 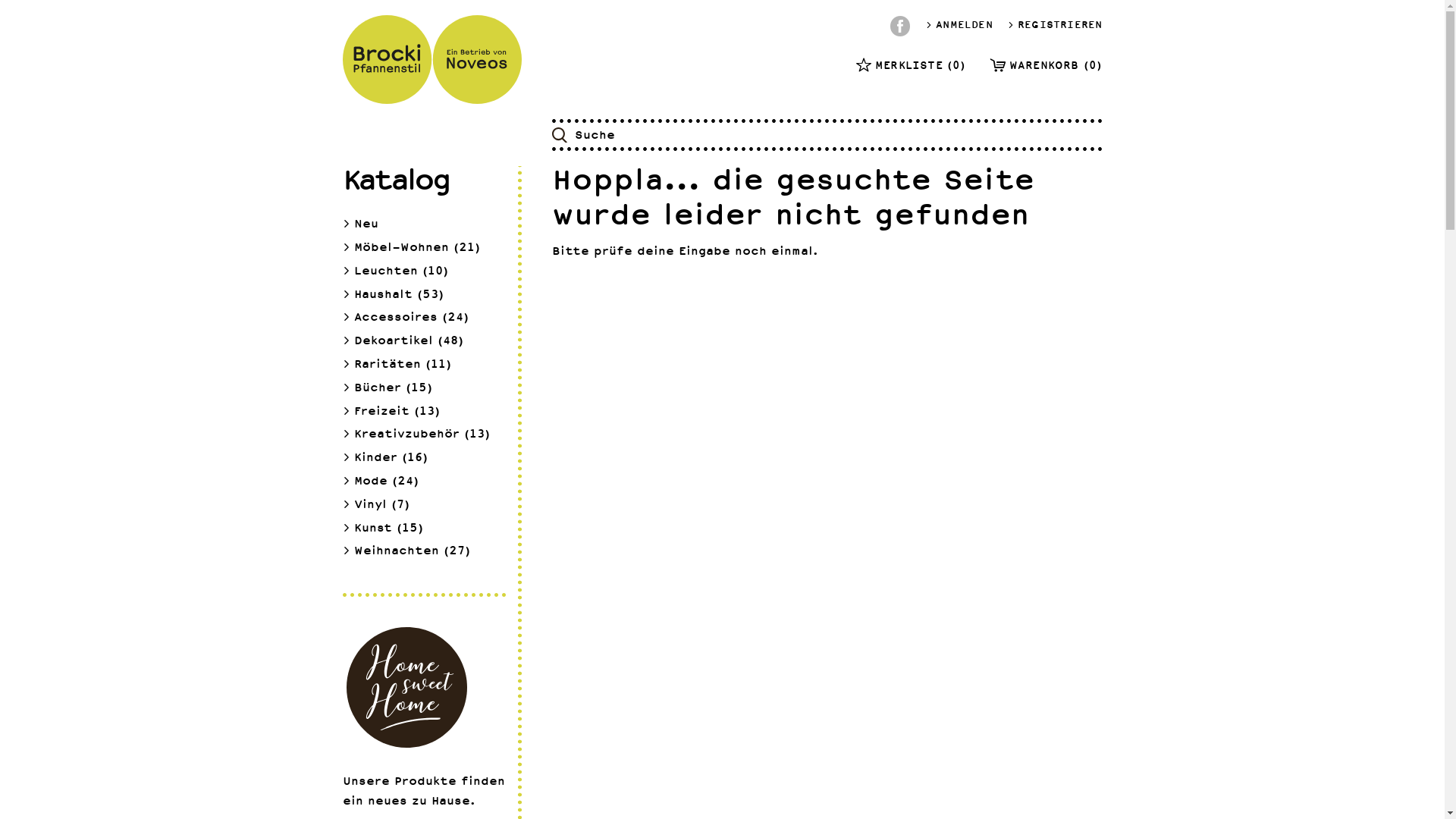 What do you see at coordinates (990, 64) in the screenshot?
I see `'WARENKORB (0)'` at bounding box center [990, 64].